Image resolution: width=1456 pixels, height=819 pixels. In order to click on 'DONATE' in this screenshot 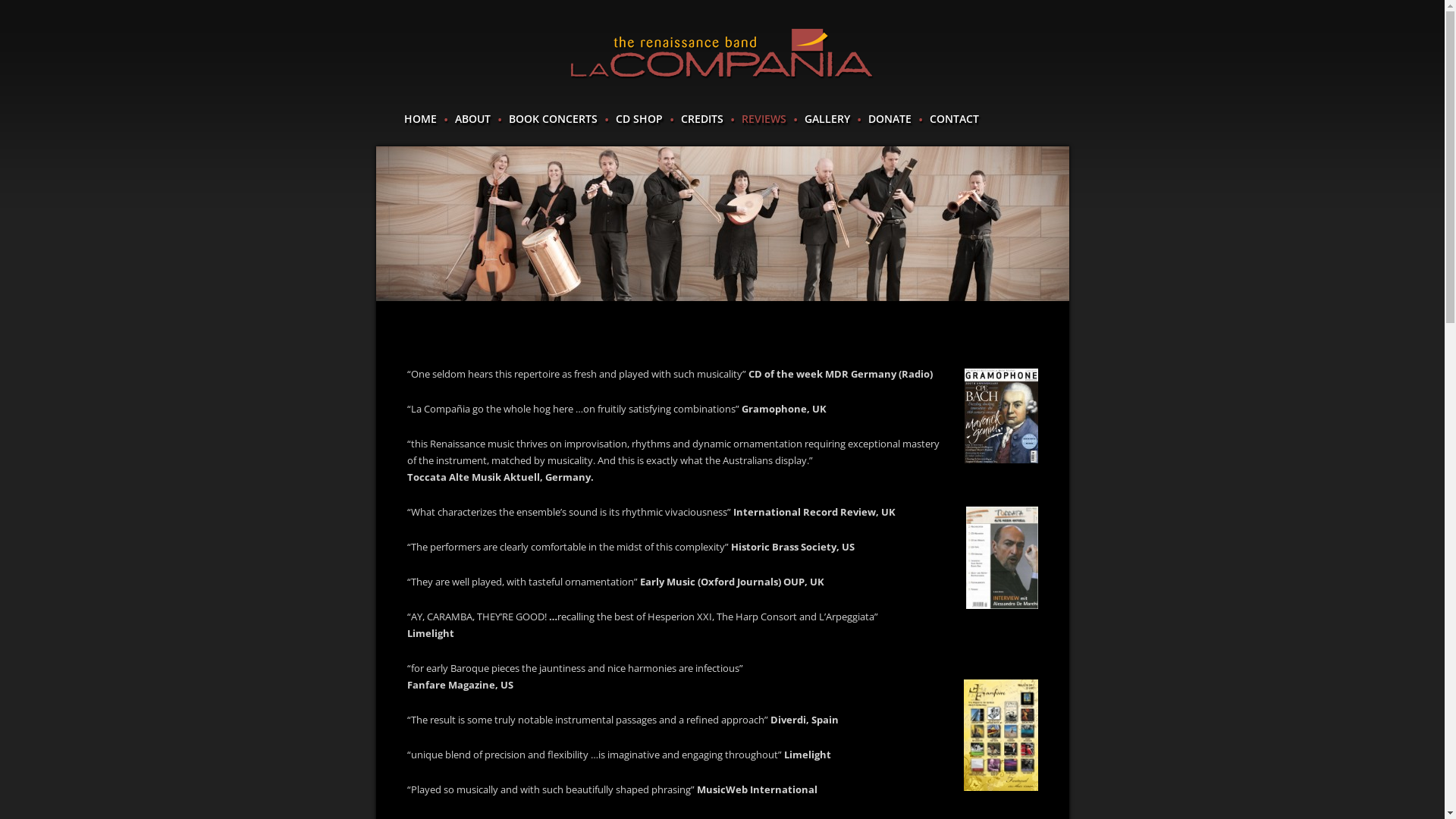, I will do `click(889, 118)`.